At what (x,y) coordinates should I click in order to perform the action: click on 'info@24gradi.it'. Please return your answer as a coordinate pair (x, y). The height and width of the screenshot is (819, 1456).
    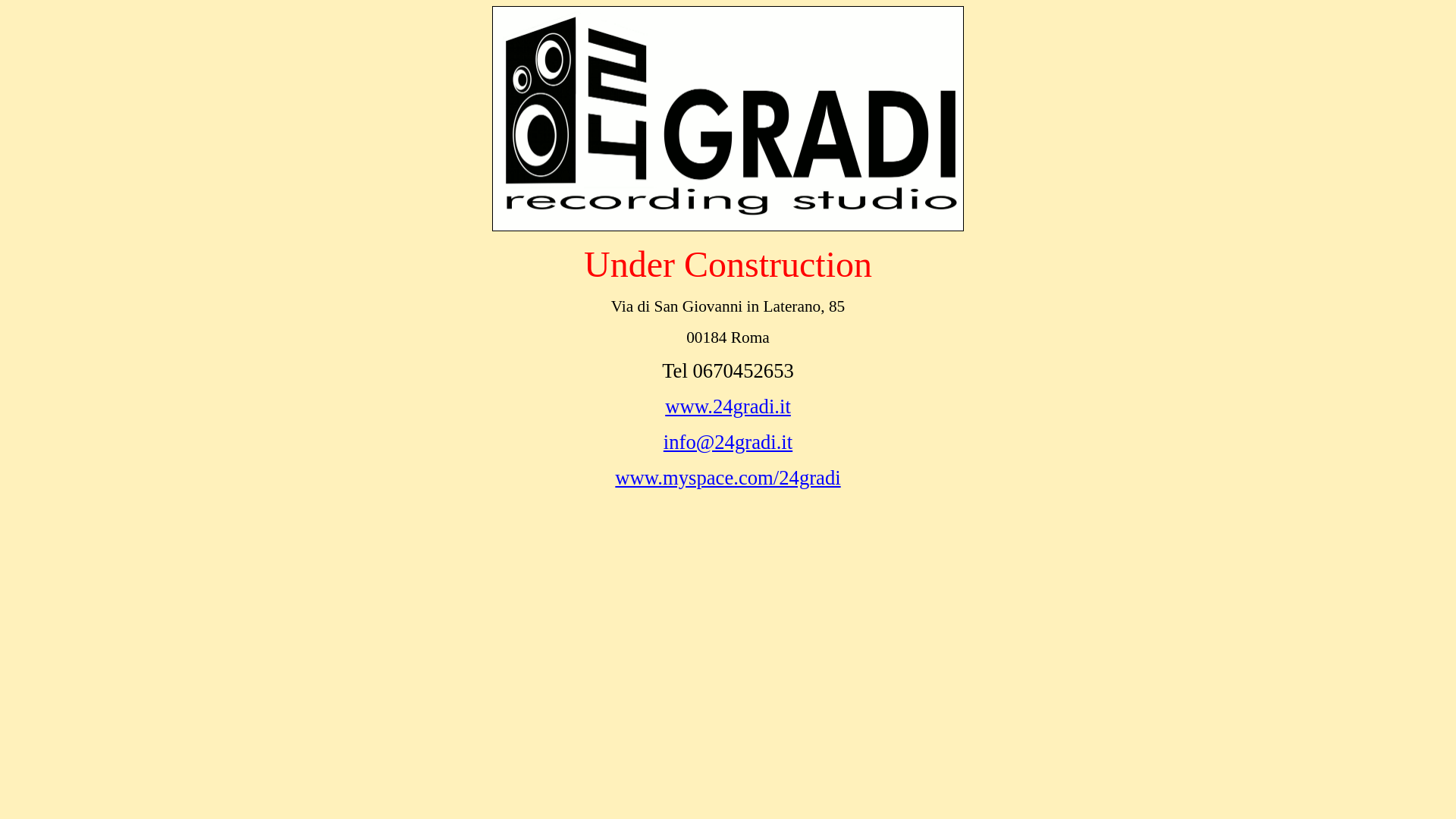
    Looking at the image, I should click on (728, 441).